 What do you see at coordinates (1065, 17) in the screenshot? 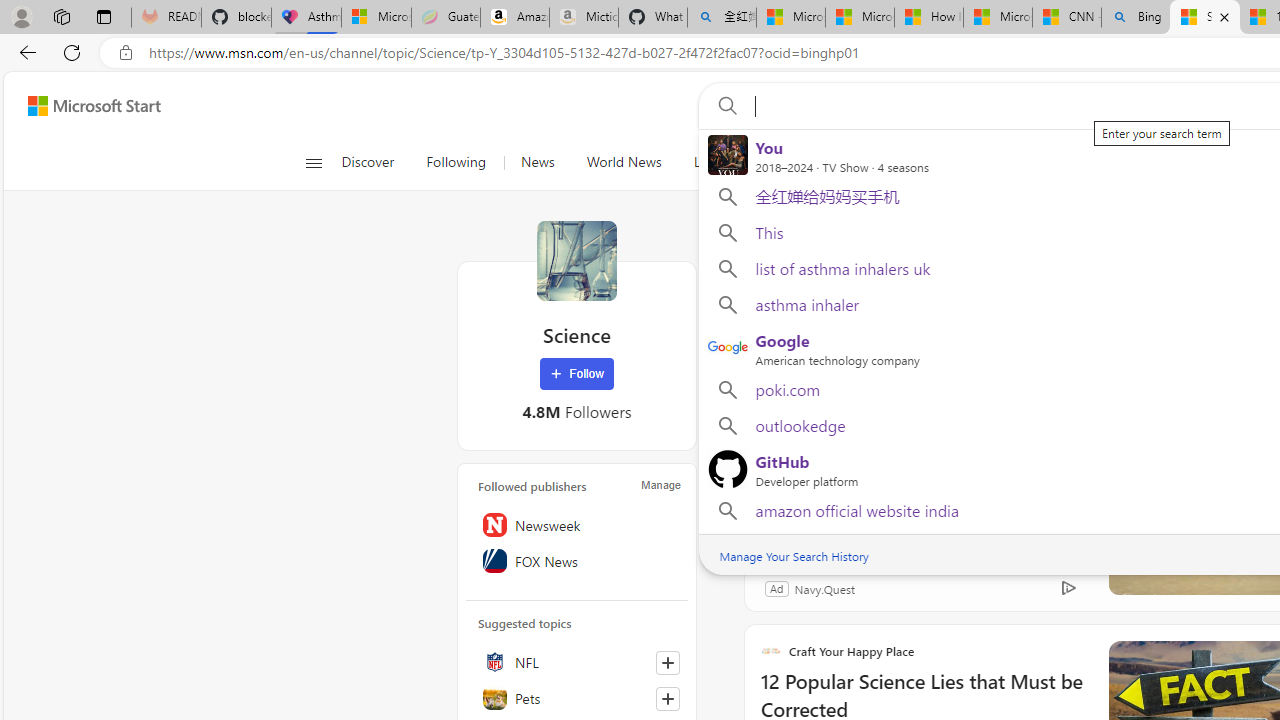
I see `'CNN - MSN'` at bounding box center [1065, 17].